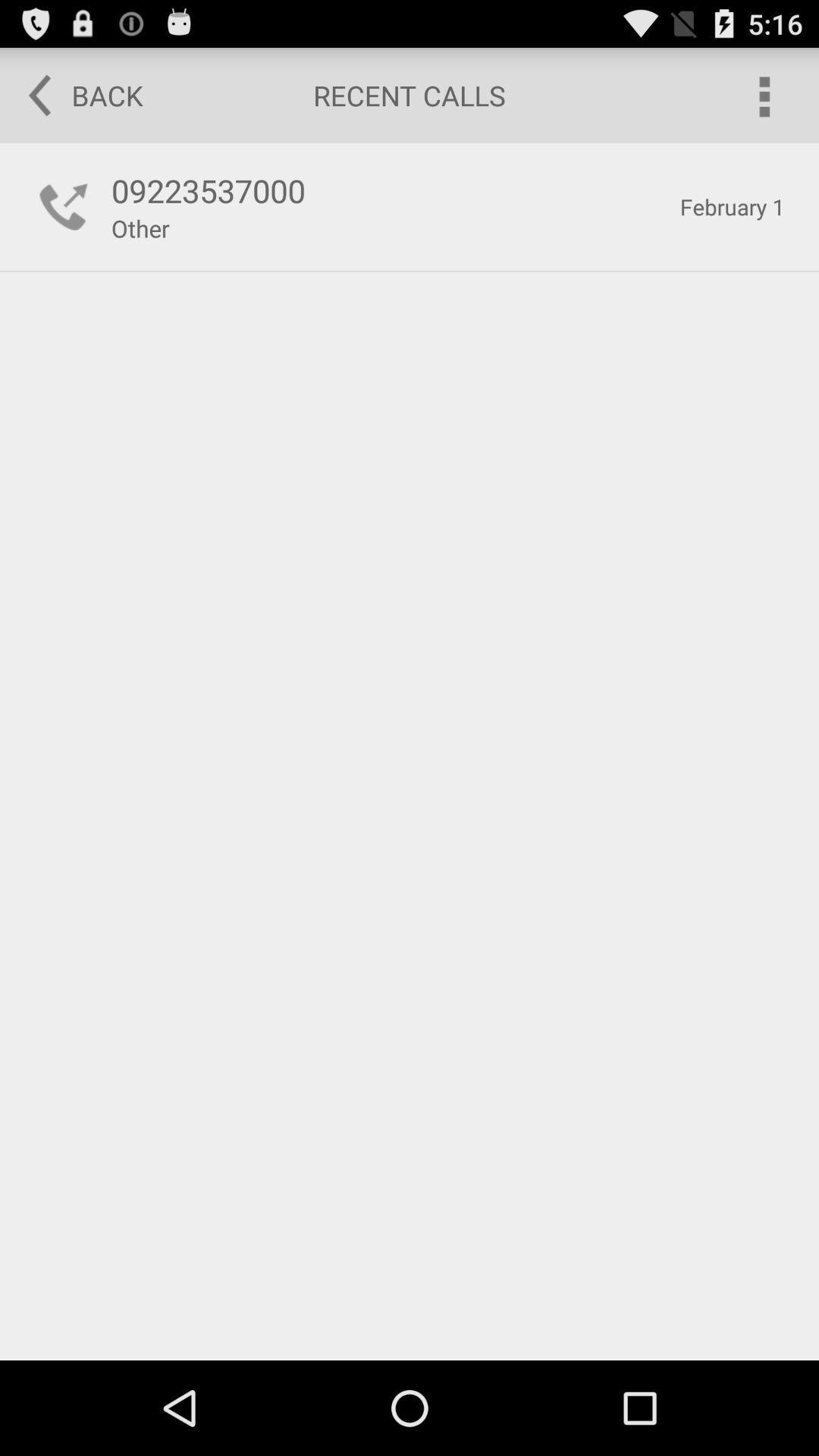 Image resolution: width=819 pixels, height=1456 pixels. I want to click on button below the back button, so click(387, 190).